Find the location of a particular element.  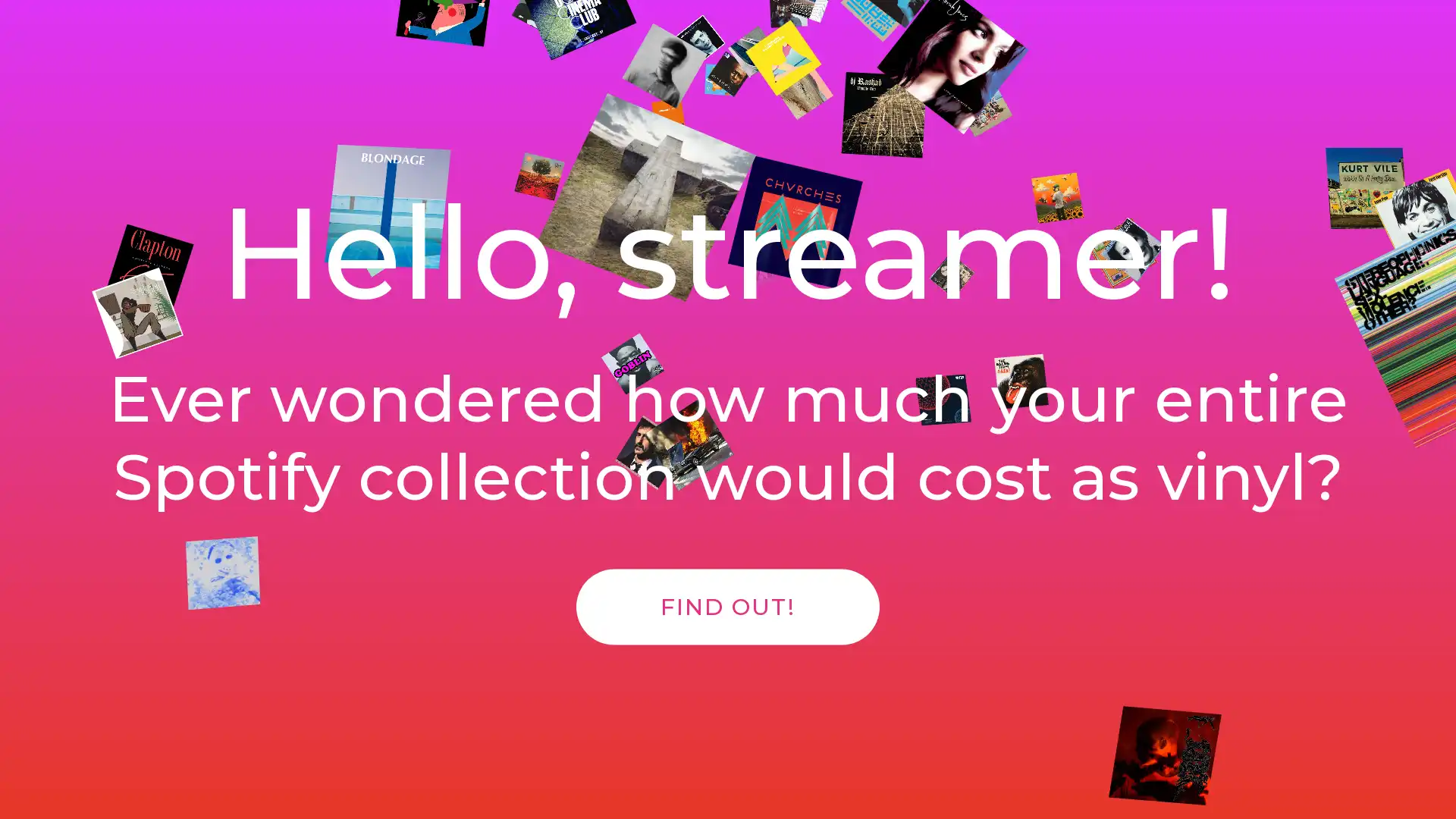

FIND OUT! is located at coordinates (728, 623).